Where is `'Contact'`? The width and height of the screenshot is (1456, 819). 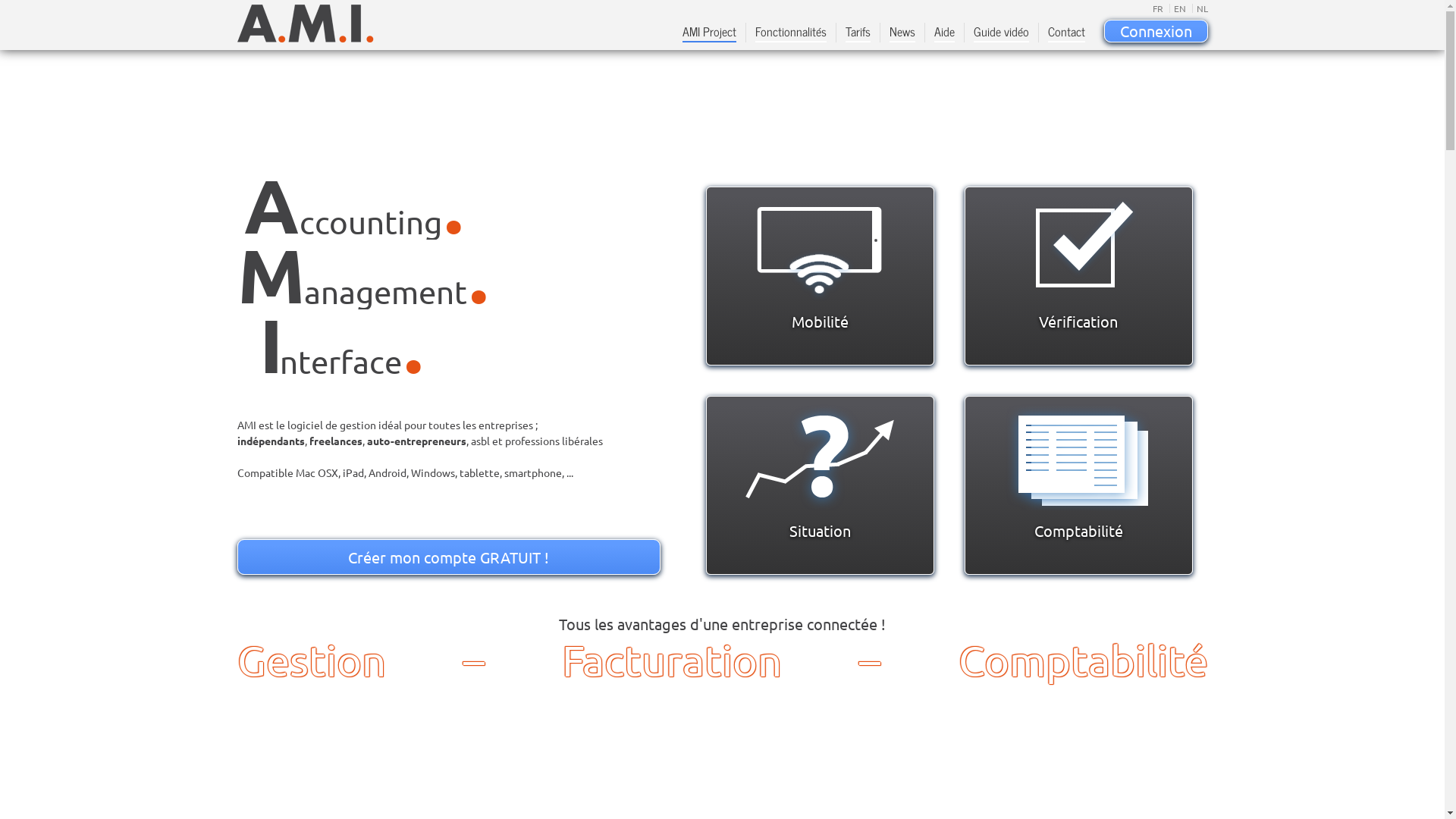
'Contact' is located at coordinates (1065, 33).